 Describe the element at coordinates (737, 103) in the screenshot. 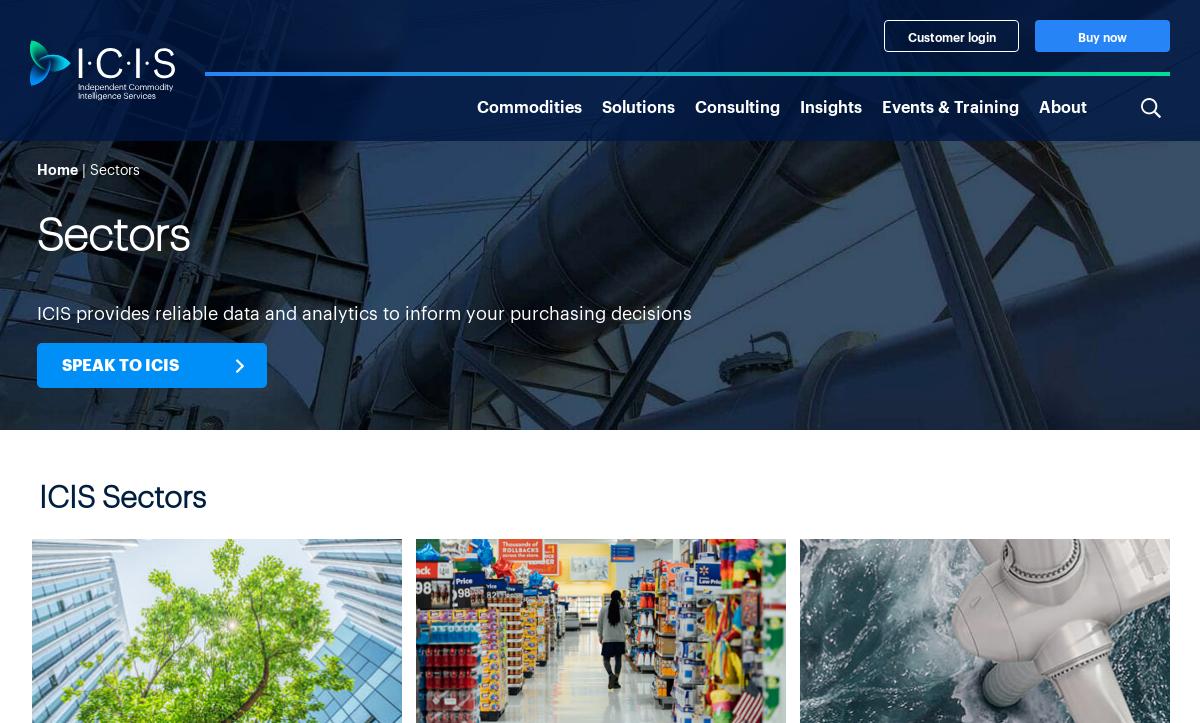

I see `'Consulting'` at that location.